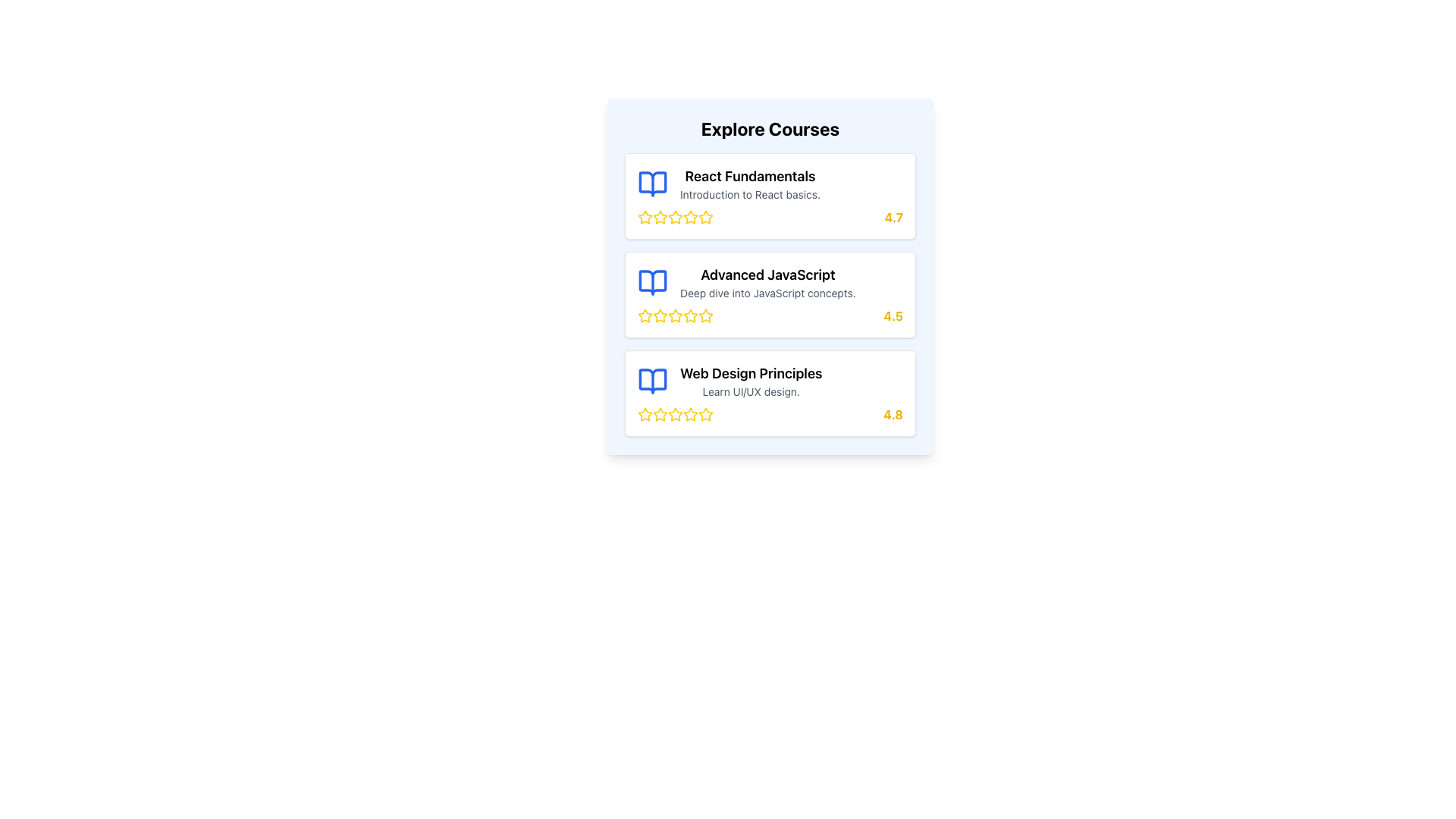 This screenshot has height=819, width=1456. Describe the element at coordinates (770, 315) in the screenshot. I see `the rating display showing a value of '4.5' in bold yellow font, which is part of the 'Advanced JavaScript' course card, located in the bottom right corner below the course subtitle` at that location.